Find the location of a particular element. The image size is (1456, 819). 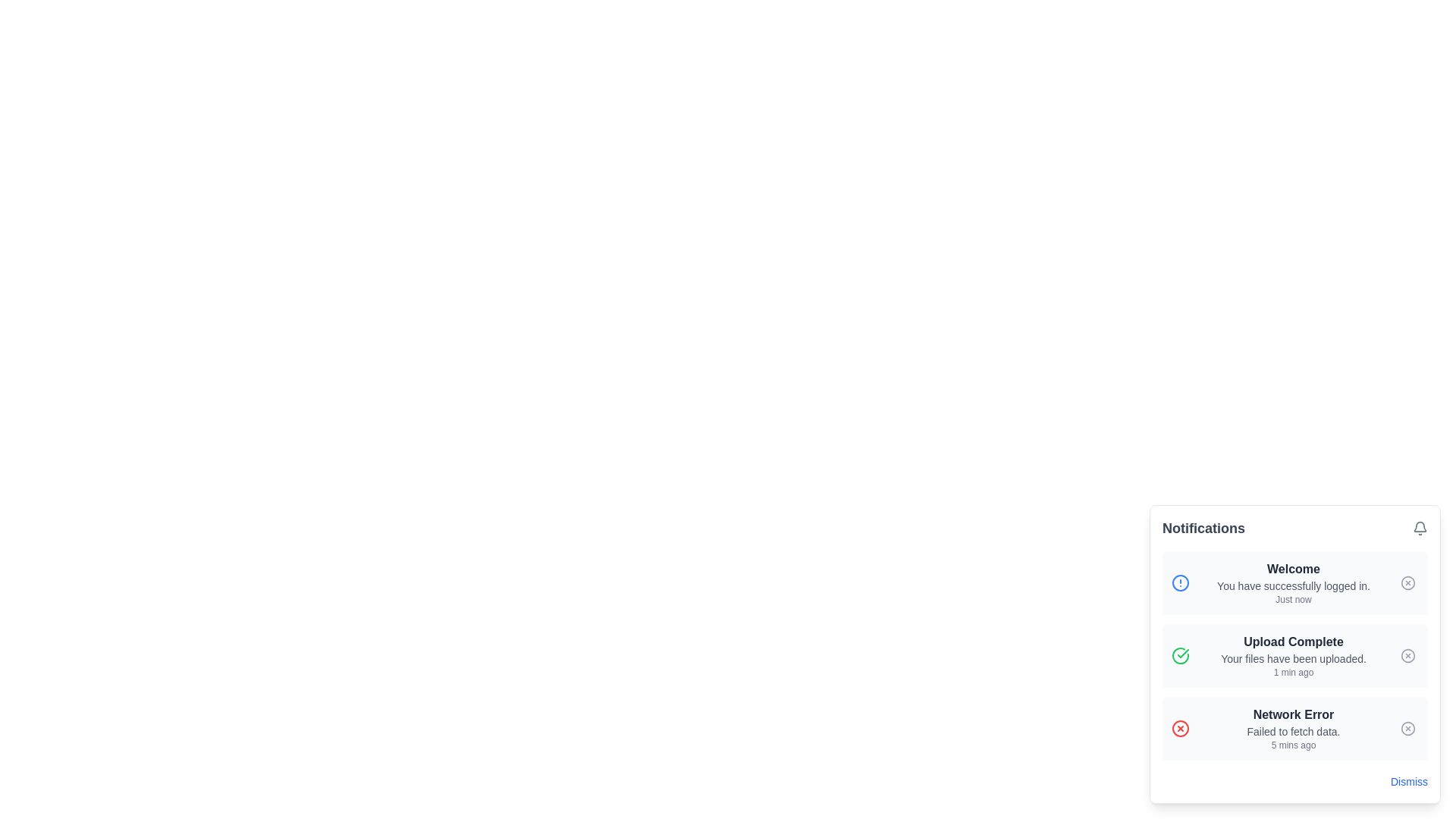

the graphical icon (circle component) that serves as a visual indicator for an error or critical notification, located next to the 'Network Error' notification text in the notifications panel is located at coordinates (1179, 727).